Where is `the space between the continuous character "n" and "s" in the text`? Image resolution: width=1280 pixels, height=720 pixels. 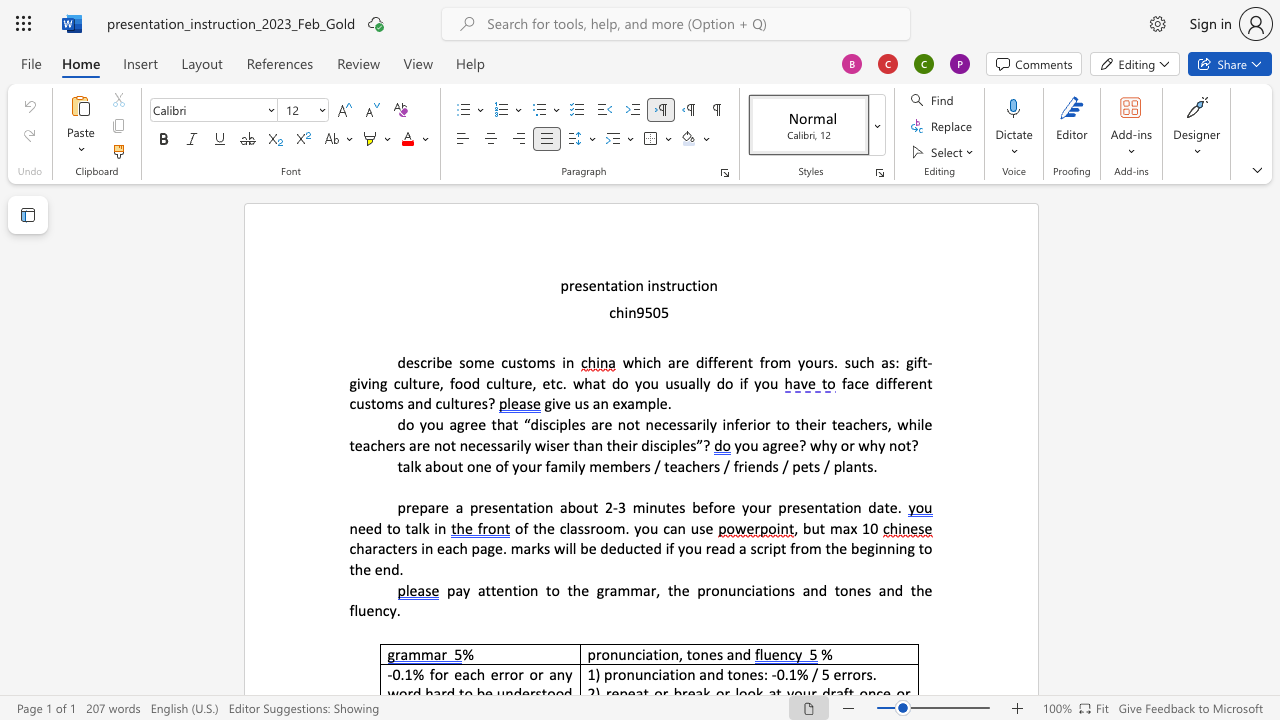 the space between the continuous character "n" and "s" in the text is located at coordinates (659, 285).